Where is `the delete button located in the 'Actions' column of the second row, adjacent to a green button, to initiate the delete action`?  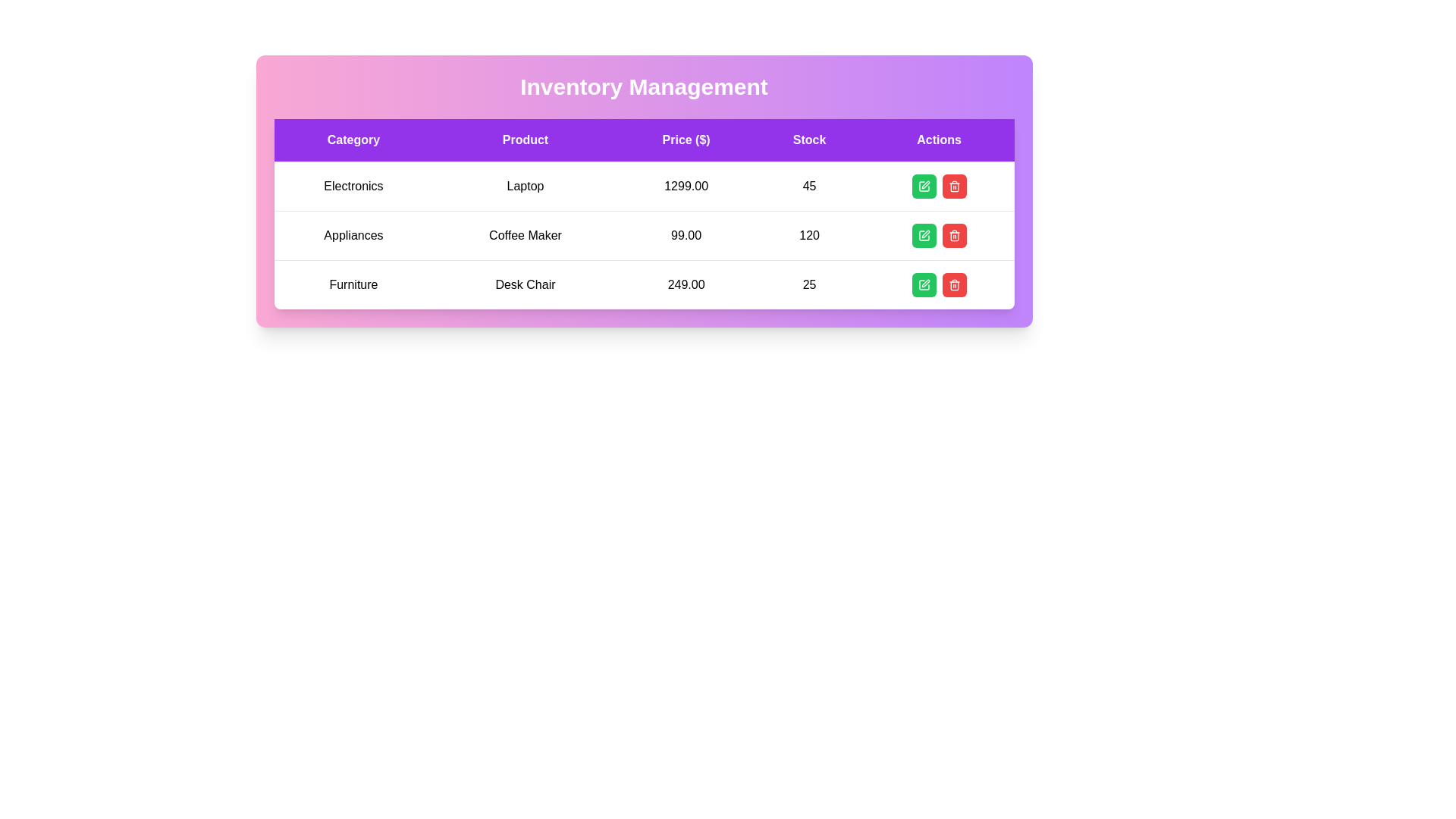 the delete button located in the 'Actions' column of the second row, adjacent to a green button, to initiate the delete action is located at coordinates (953, 236).